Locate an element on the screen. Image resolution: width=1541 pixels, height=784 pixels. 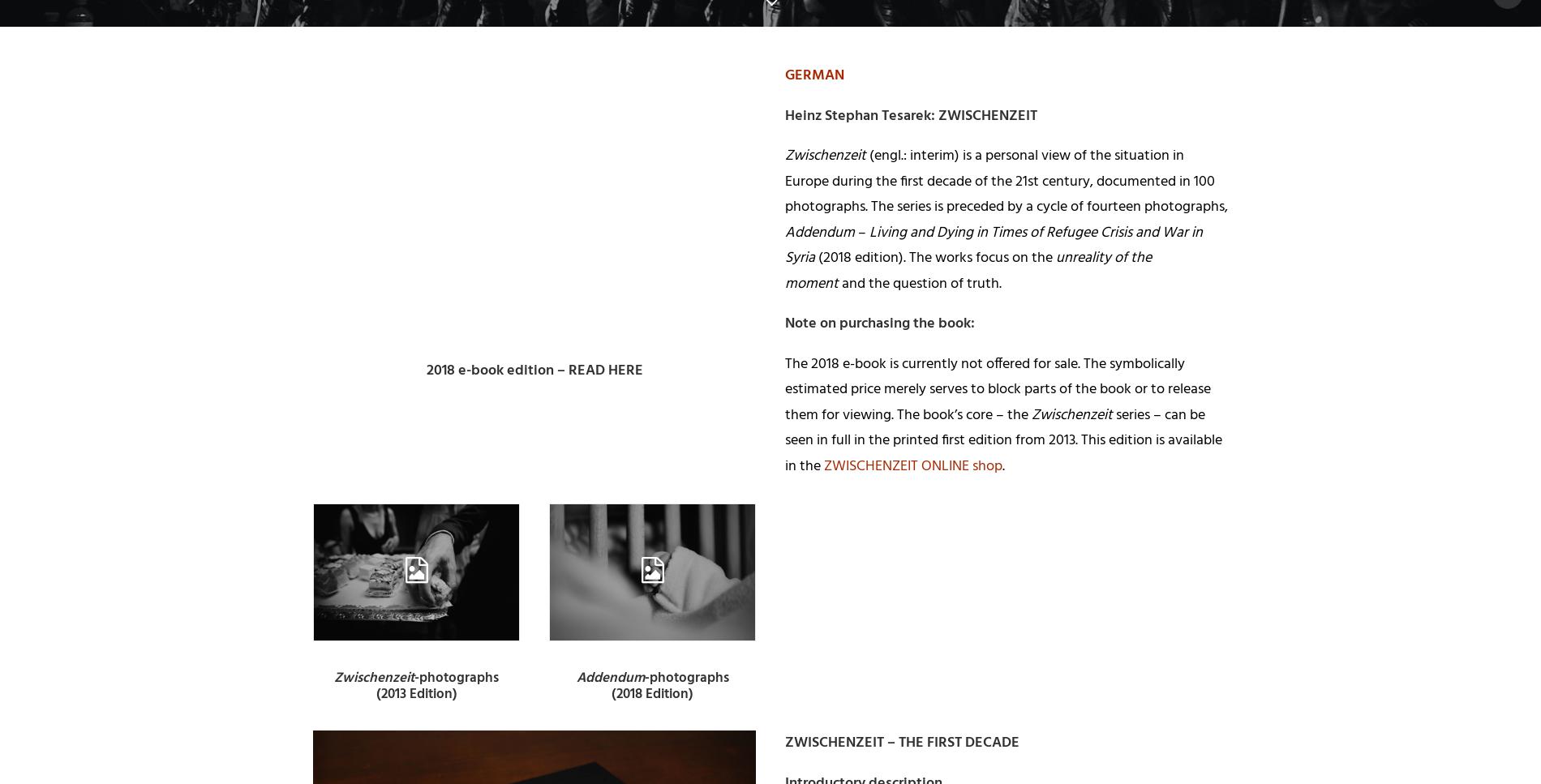
'Note on purchasing the book:' is located at coordinates (880, 323).